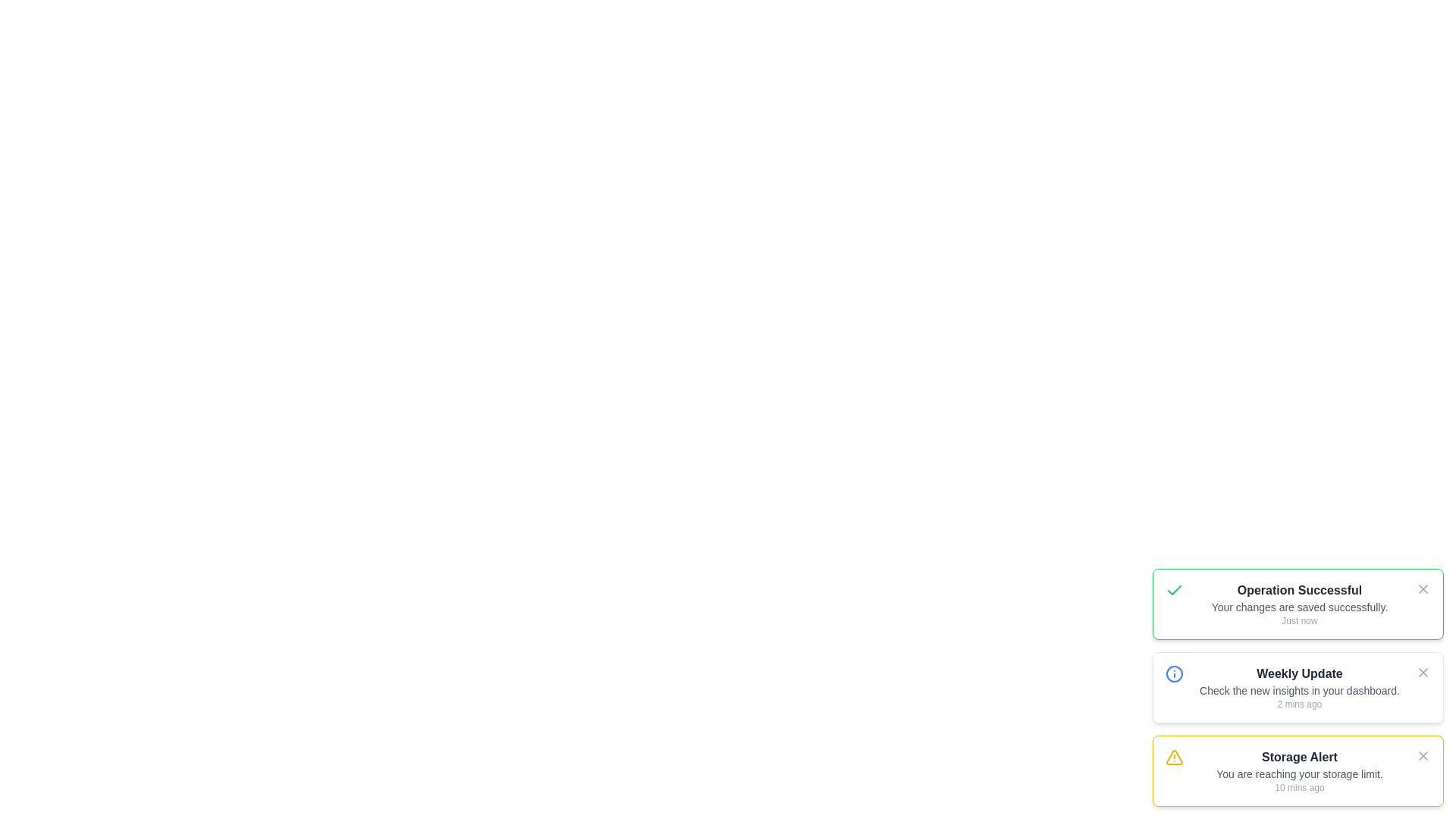 Image resolution: width=1456 pixels, height=819 pixels. What do you see at coordinates (1298, 687) in the screenshot?
I see `the middle notification card displaying 'Weekly Update' which contains the message 'Check the new insights in your dashboard.' and a timestamp '2 mins ago'` at bounding box center [1298, 687].